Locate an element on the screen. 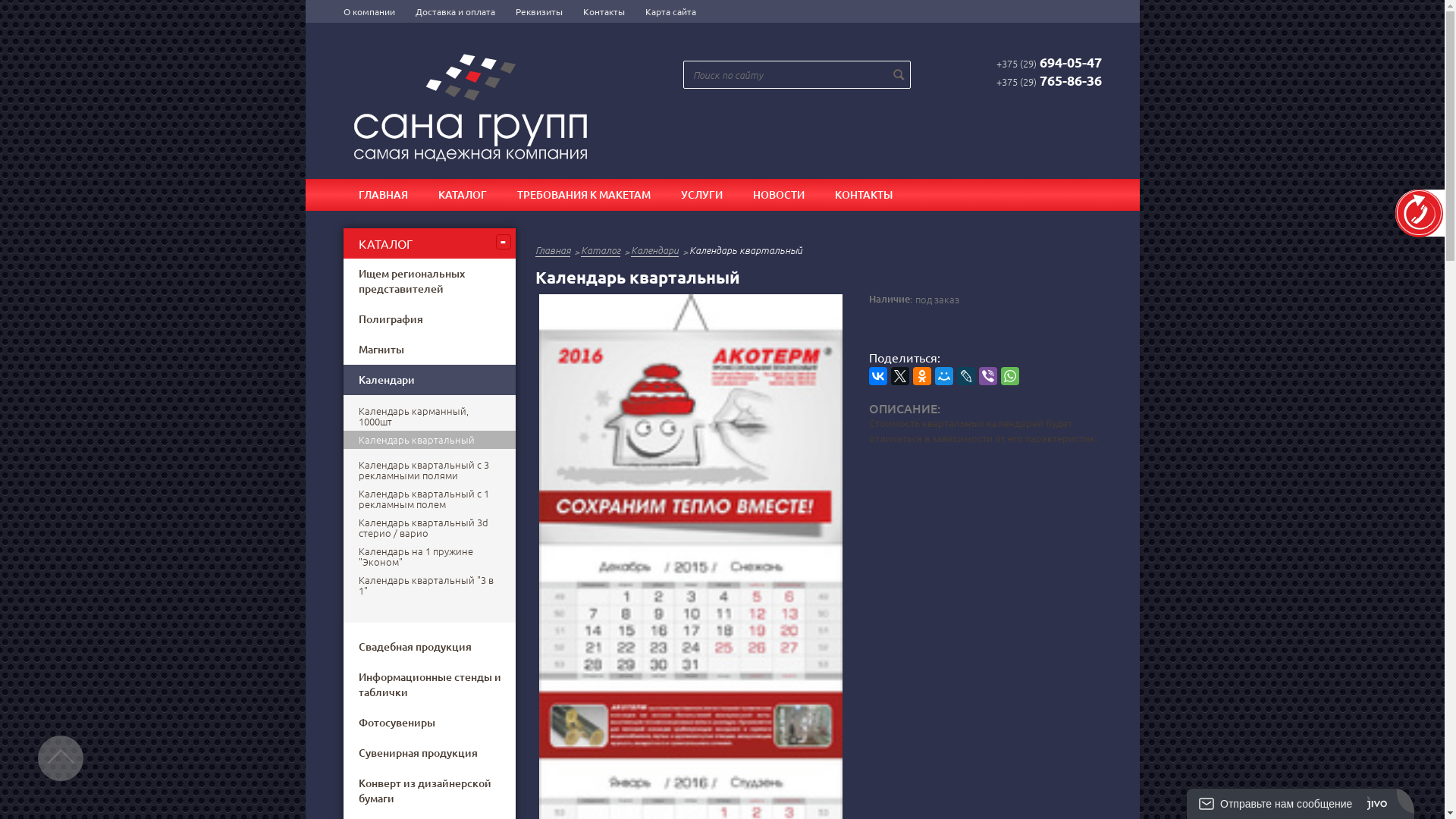  '+375 (29)694-05-47' is located at coordinates (996, 62).